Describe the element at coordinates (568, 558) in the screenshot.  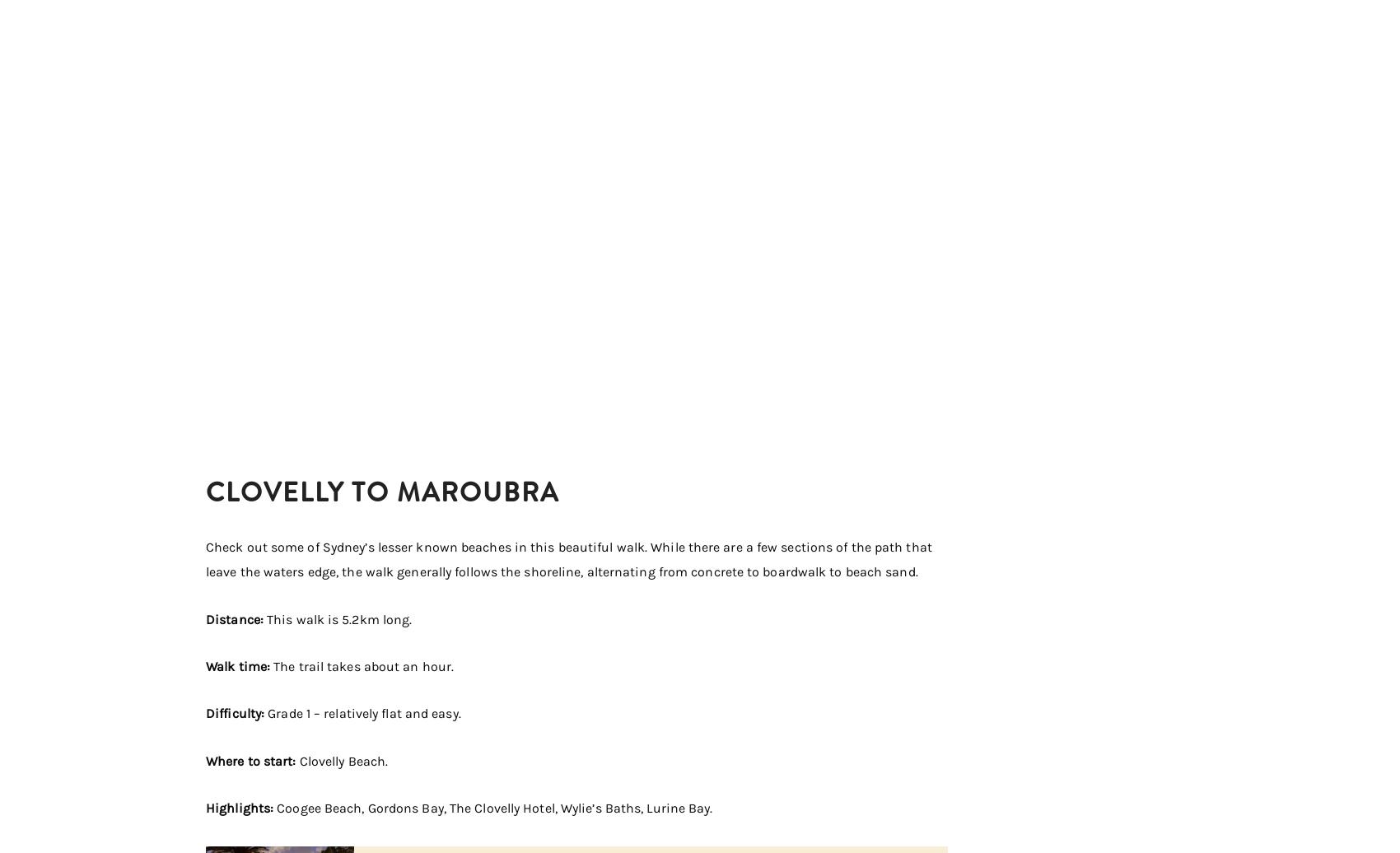
I see `'Check out some of Sydney’s lesser known beaches in this beautiful walk. While there are a few sections of the path that leave the waters edge, the walk generally follows the shoreline, alternating from concrete to boardwalk to beach sand.'` at that location.